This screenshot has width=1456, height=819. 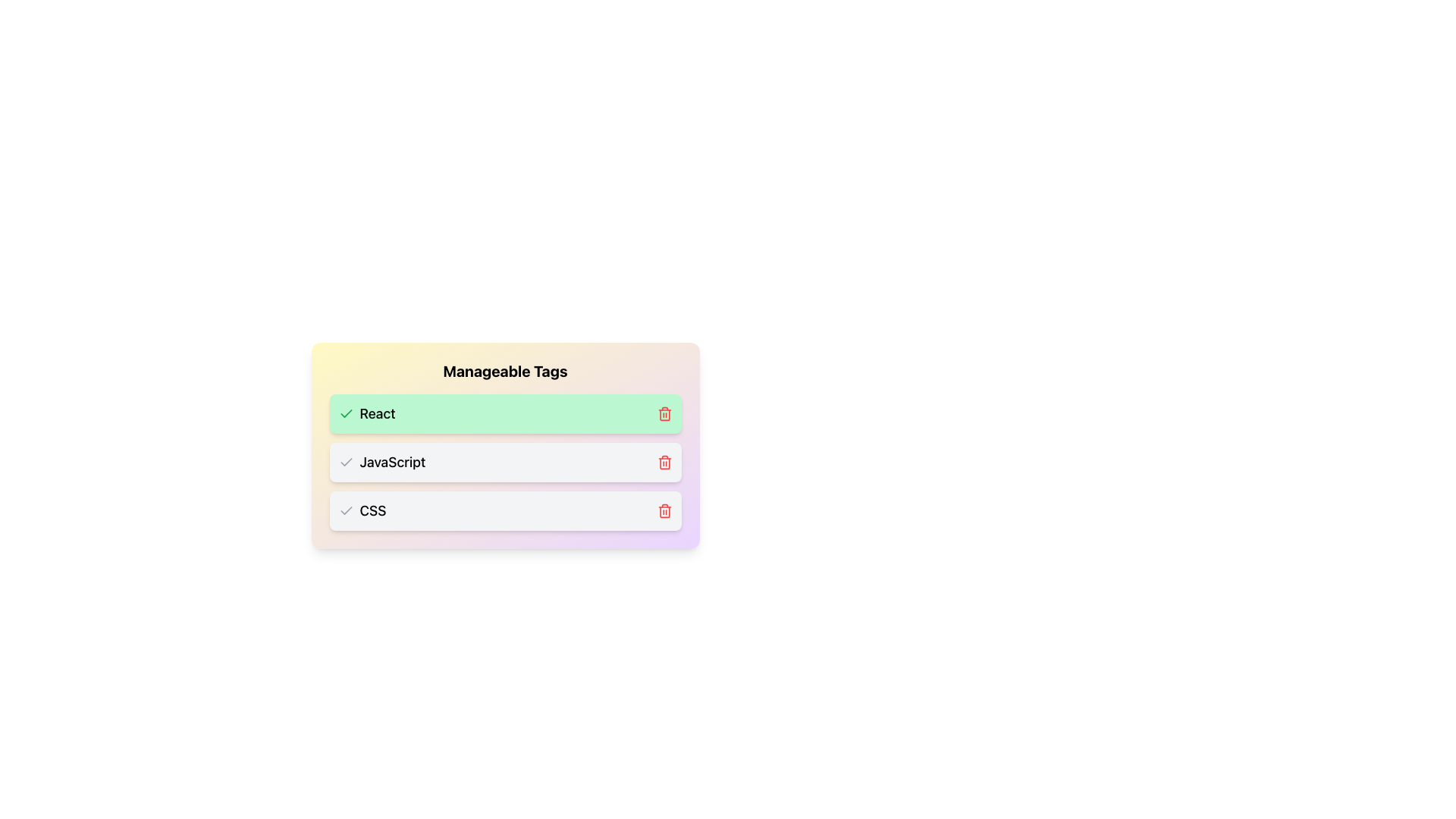 What do you see at coordinates (367, 414) in the screenshot?
I see `the 'React' tag item with an active state indicator, which has a green checkmark icon and is the first item in a vertically stacked list` at bounding box center [367, 414].